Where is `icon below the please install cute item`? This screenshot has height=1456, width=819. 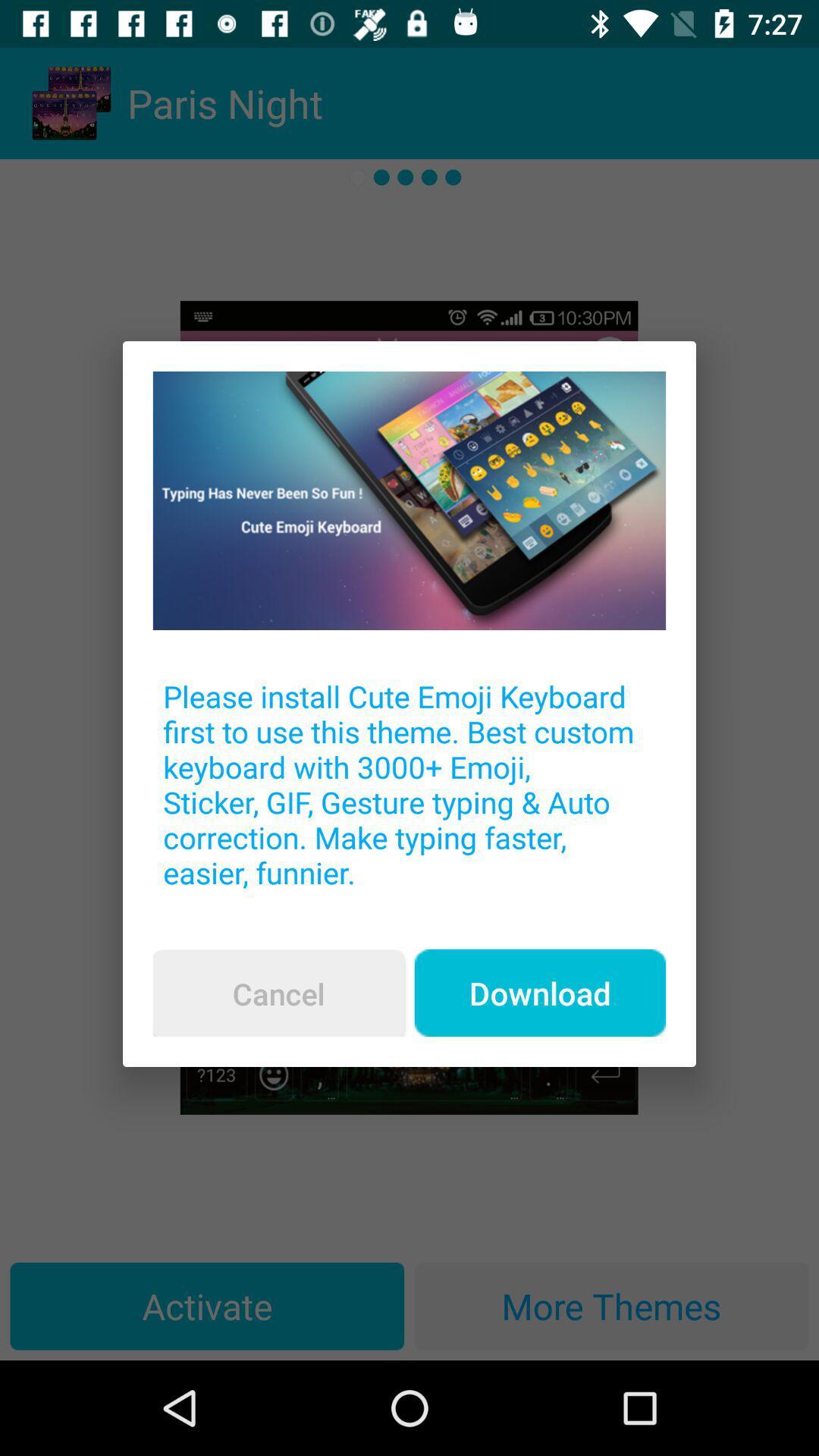
icon below the please install cute item is located at coordinates (278, 993).